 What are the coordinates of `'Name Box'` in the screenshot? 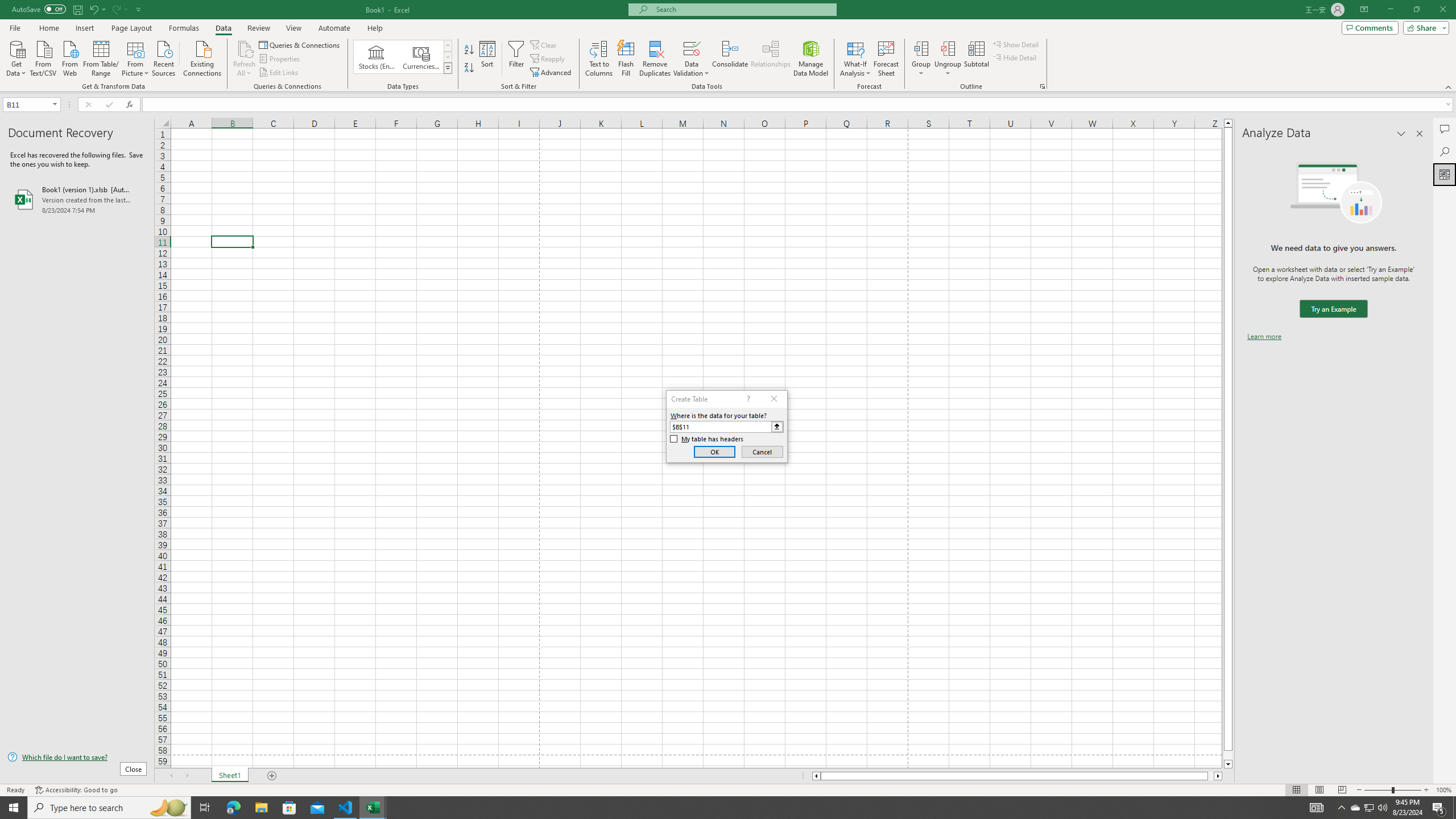 It's located at (31, 104).